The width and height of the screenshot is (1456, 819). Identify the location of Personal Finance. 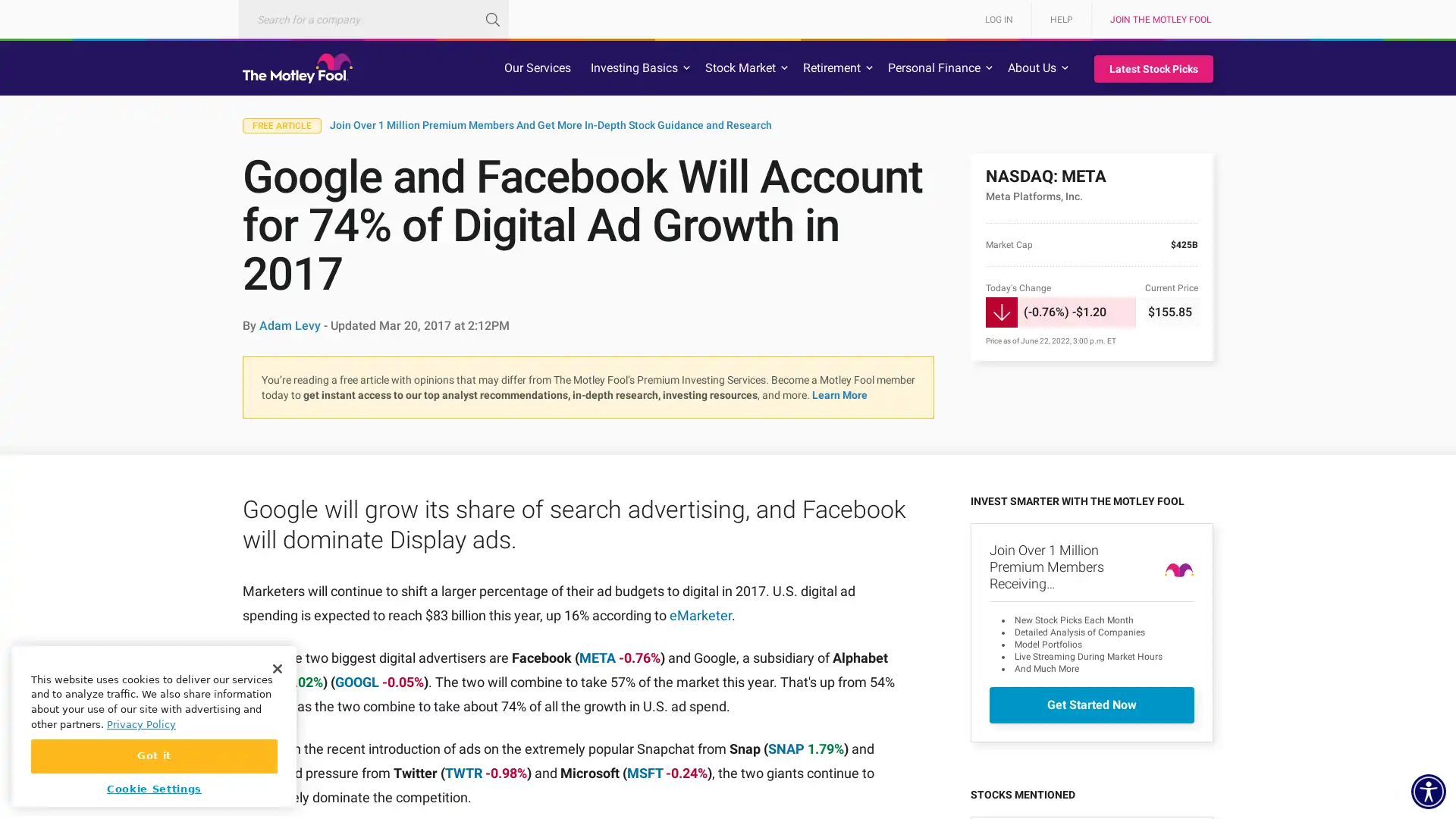
(934, 67).